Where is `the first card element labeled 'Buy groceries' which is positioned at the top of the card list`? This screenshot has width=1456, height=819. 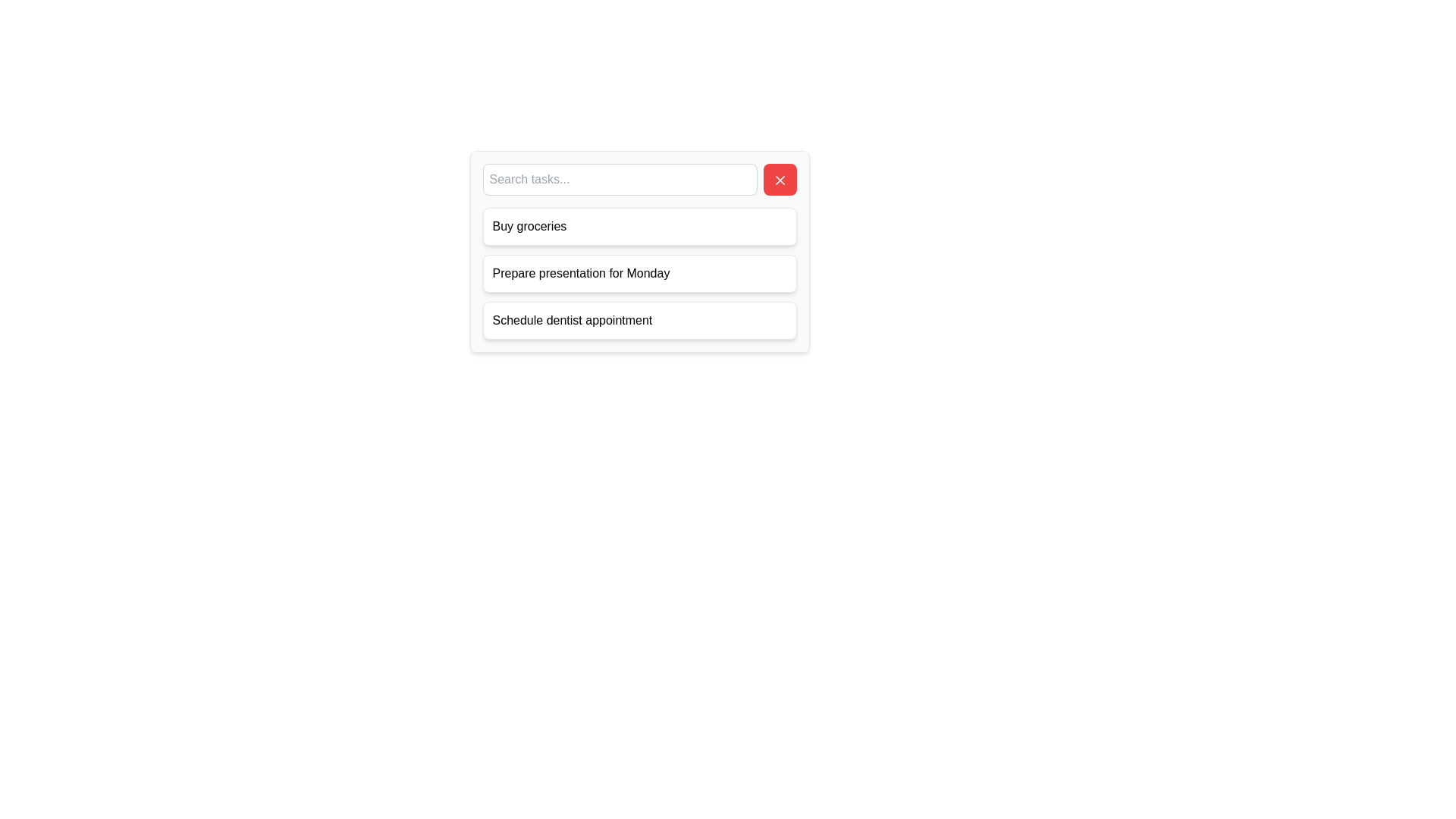
the first card element labeled 'Buy groceries' which is positioned at the top of the card list is located at coordinates (639, 227).